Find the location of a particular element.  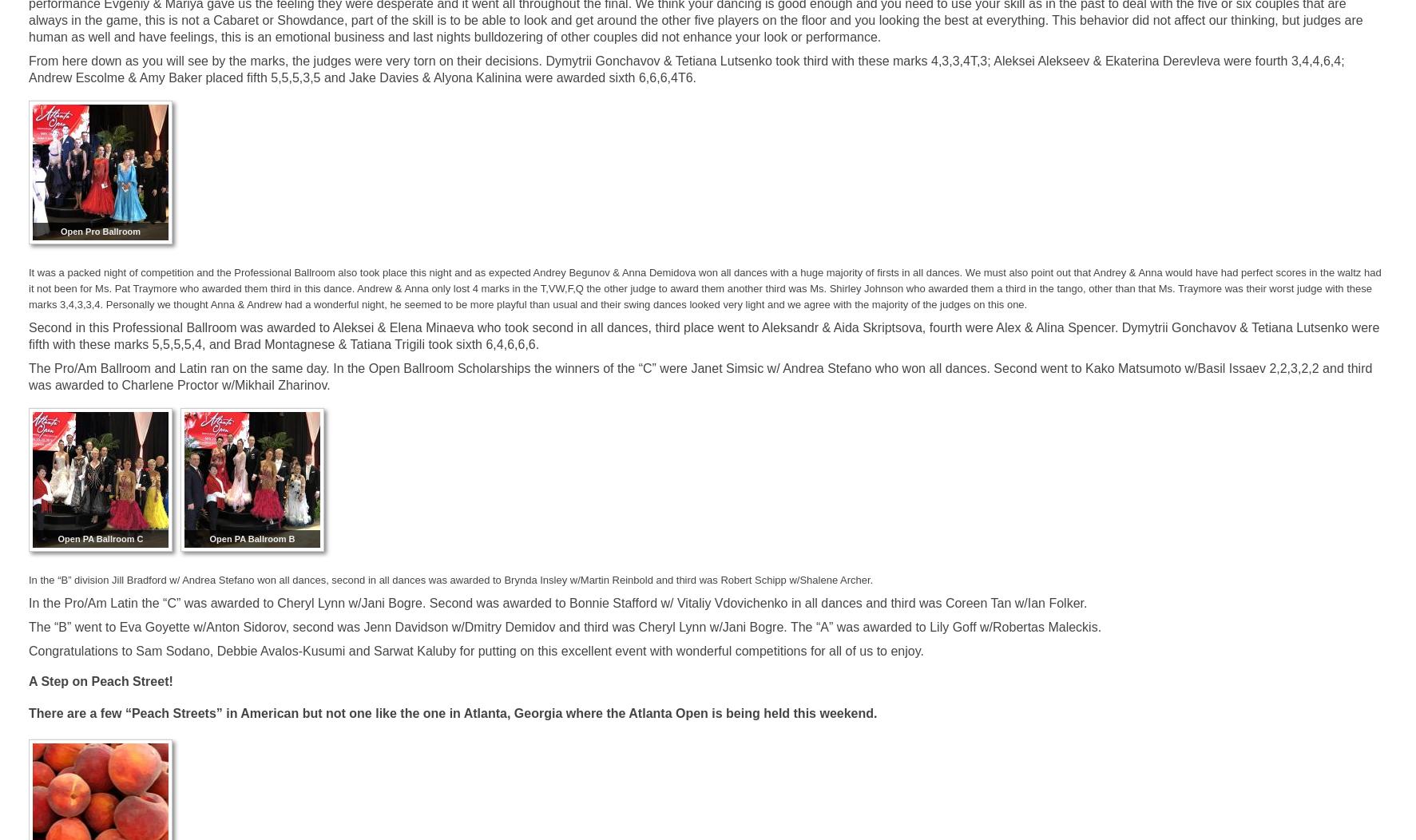

'From here down as you will see by the marks, the judges were very torn on their decisions. Dymytrii Gonchavov & Tetiana Lutsenko took third with these marks 4,3,3,4T,3; Aleksei Alekseev & Ekaterina Derevleva were fourth 3,4,4,6,4; Andrew Escolme & Amy Baker placed fifth 5,5,5,3,5 and Jake Davies & Alyona Kalinina were awarded sixth 6,6,6,4T6.' is located at coordinates (685, 69).